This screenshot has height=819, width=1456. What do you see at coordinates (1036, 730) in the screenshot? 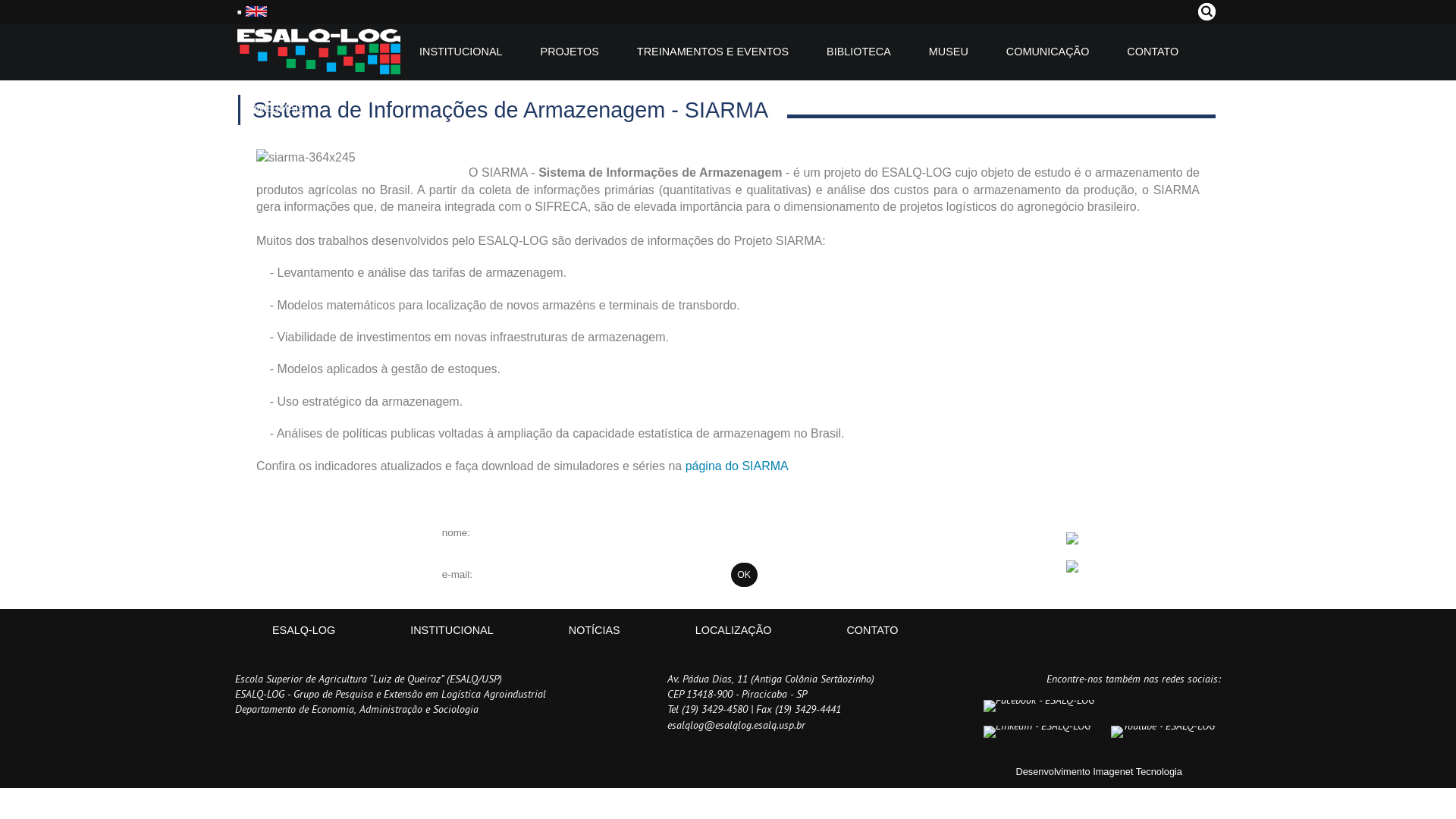
I see `'LinkedIn - ESALQ-LOG'` at bounding box center [1036, 730].